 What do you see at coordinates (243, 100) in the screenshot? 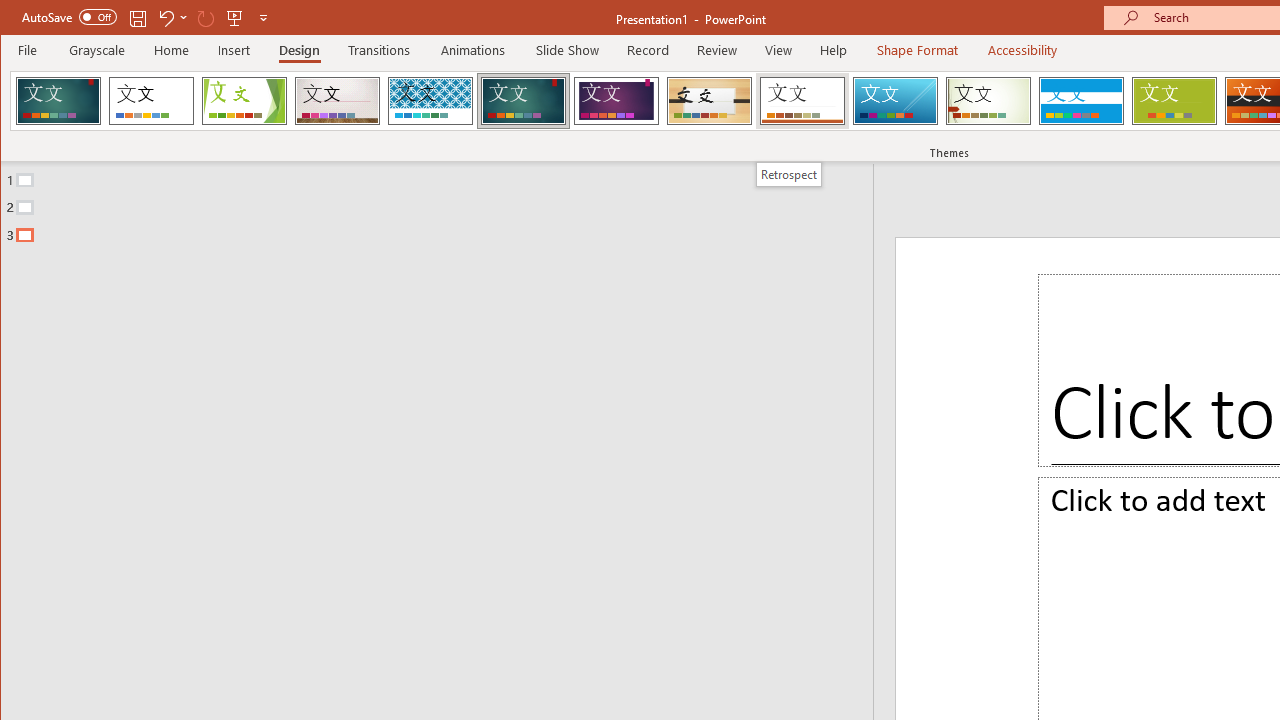
I see `'Facet'` at bounding box center [243, 100].